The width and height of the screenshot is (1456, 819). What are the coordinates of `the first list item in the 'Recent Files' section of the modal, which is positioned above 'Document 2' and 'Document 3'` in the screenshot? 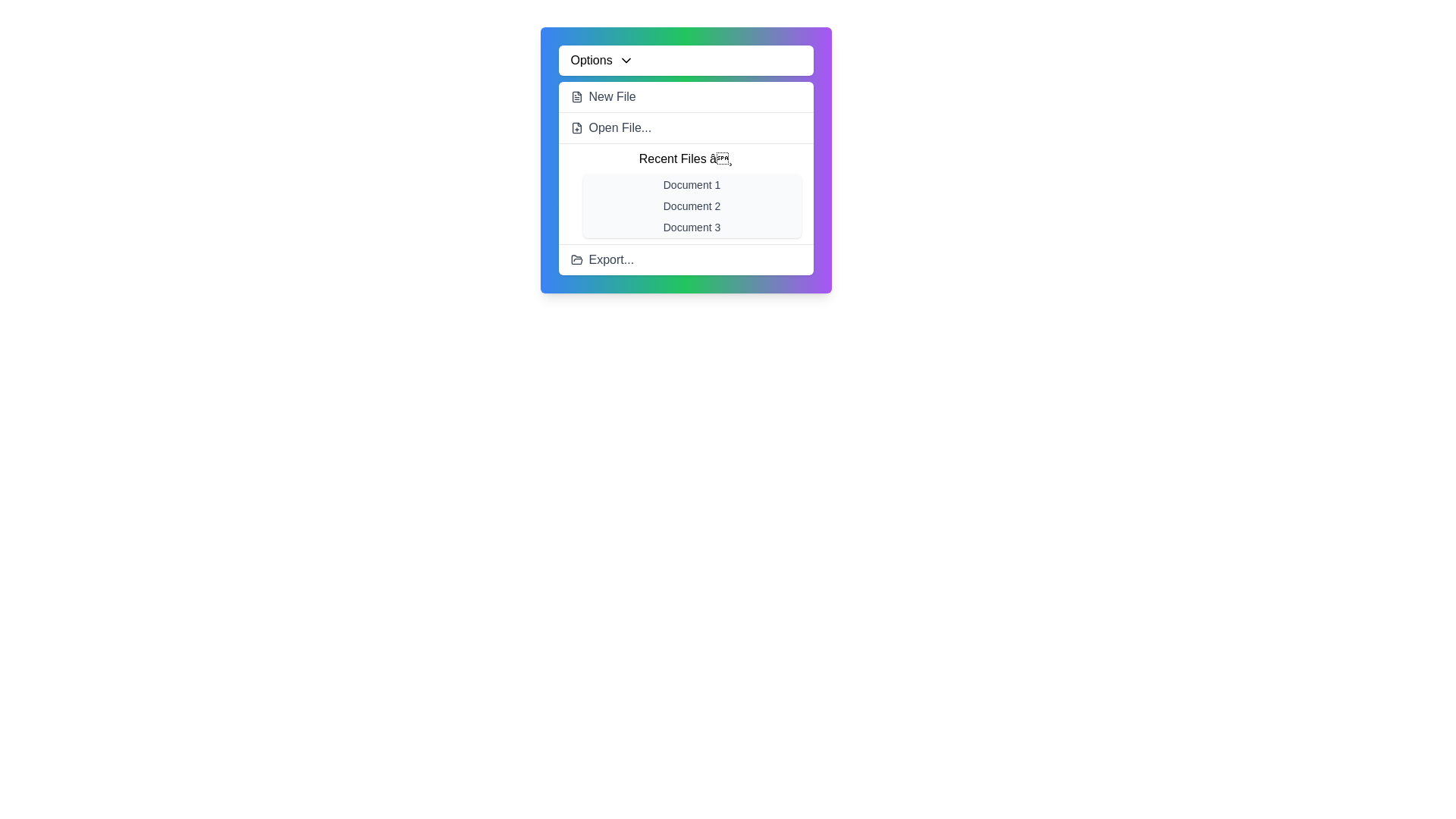 It's located at (691, 184).